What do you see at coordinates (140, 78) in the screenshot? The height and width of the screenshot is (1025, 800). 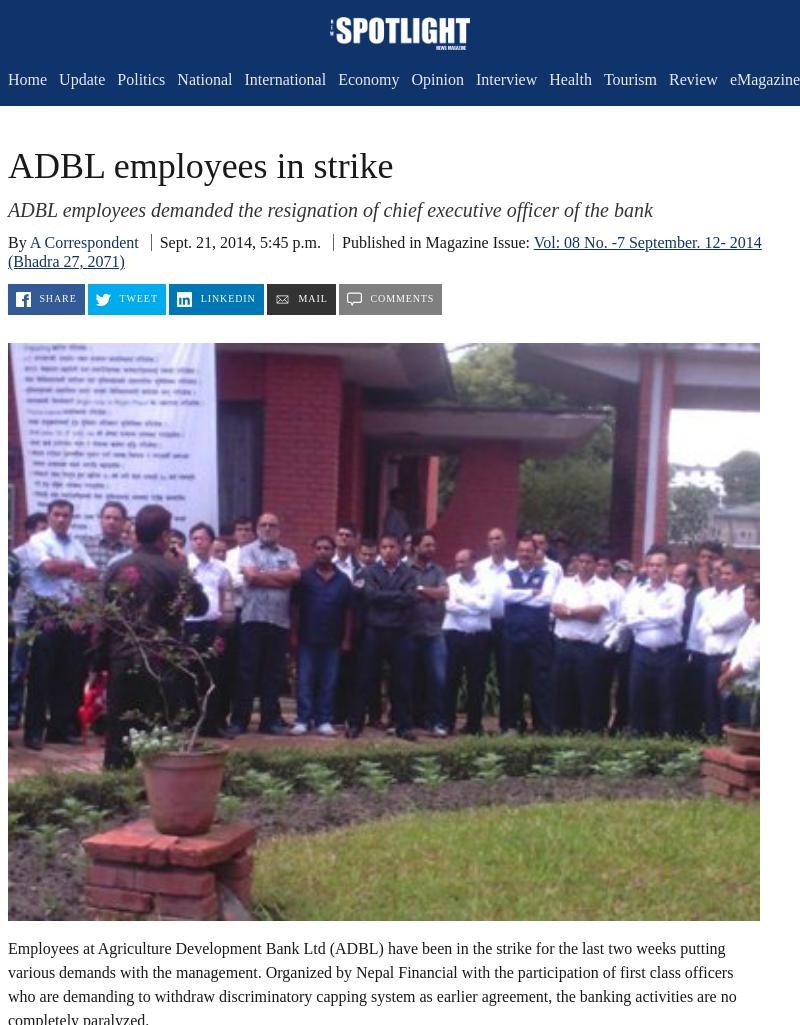 I see `'Politics'` at bounding box center [140, 78].